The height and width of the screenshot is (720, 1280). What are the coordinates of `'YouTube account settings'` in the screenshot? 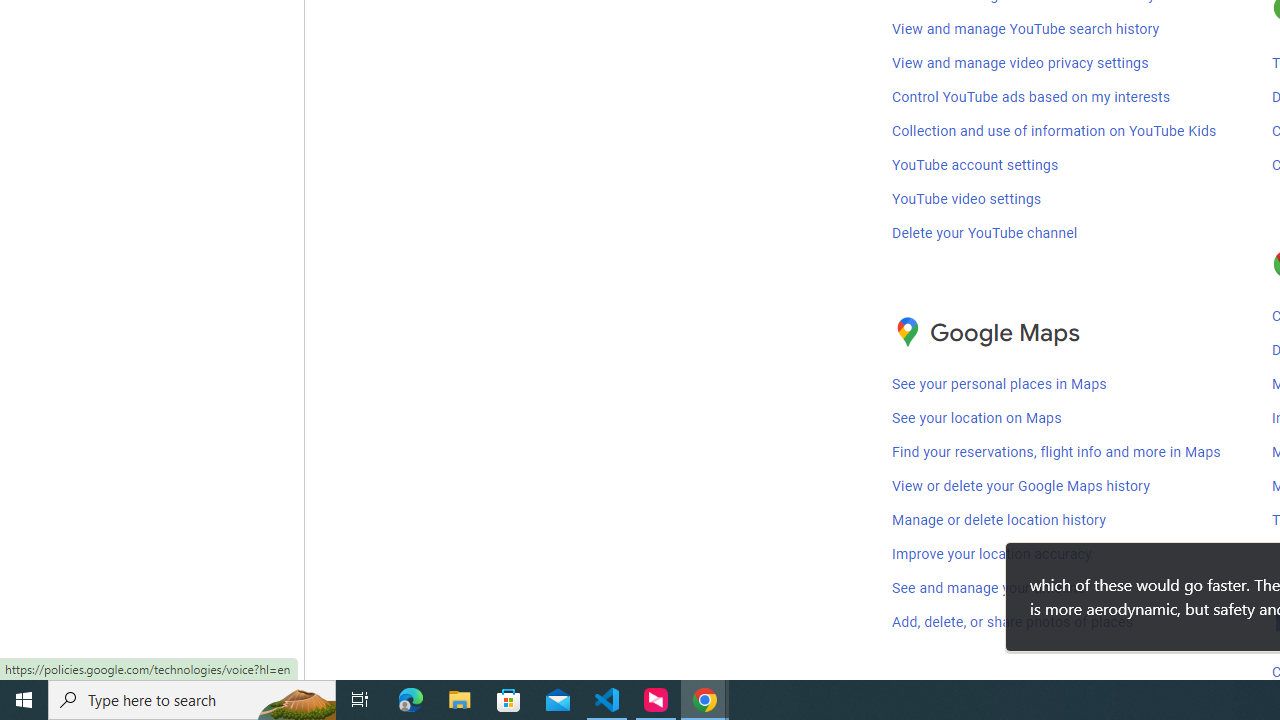 It's located at (975, 164).